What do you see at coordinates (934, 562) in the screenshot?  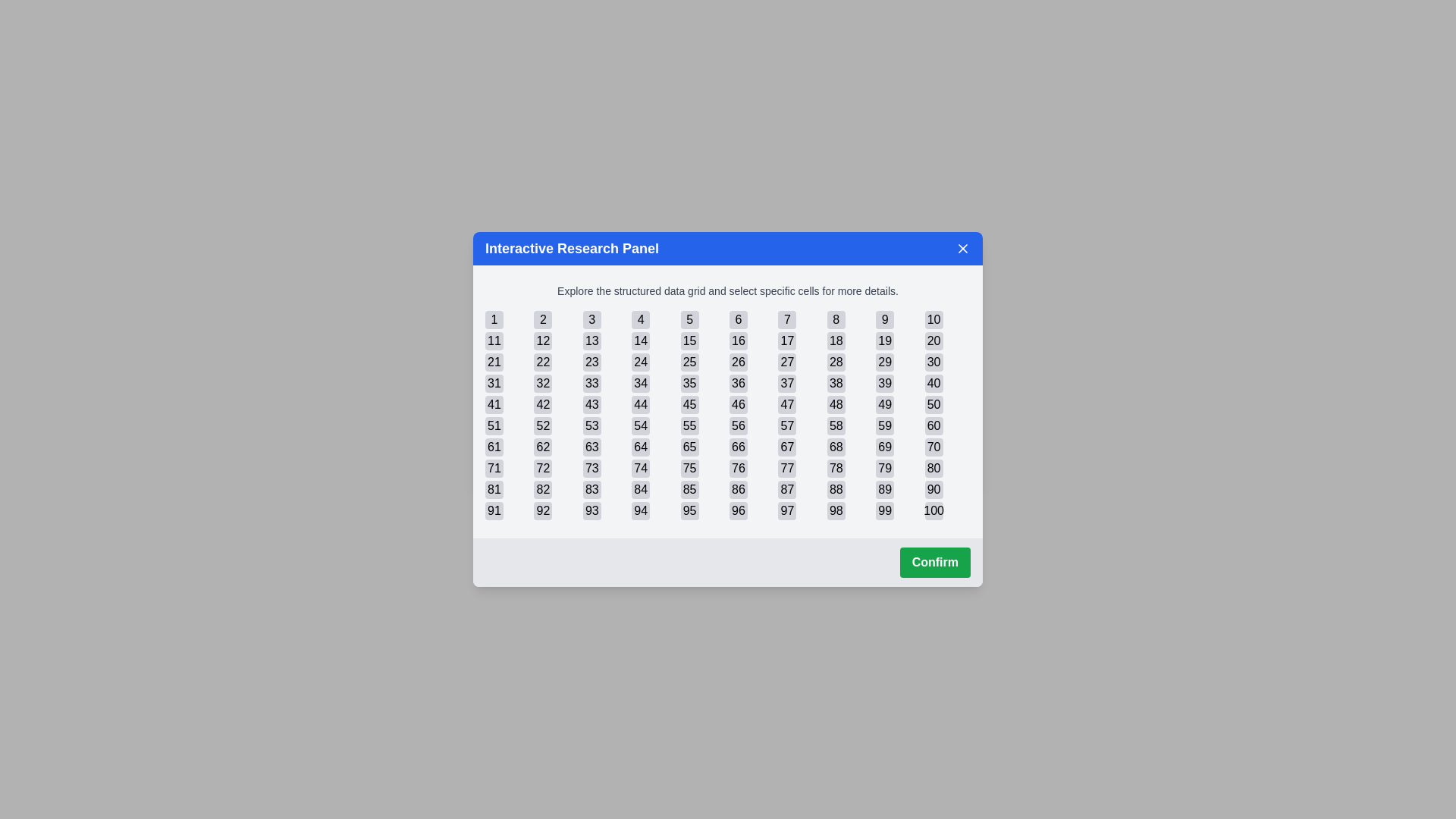 I see `the 'Confirm' button to execute the confirmation action` at bounding box center [934, 562].